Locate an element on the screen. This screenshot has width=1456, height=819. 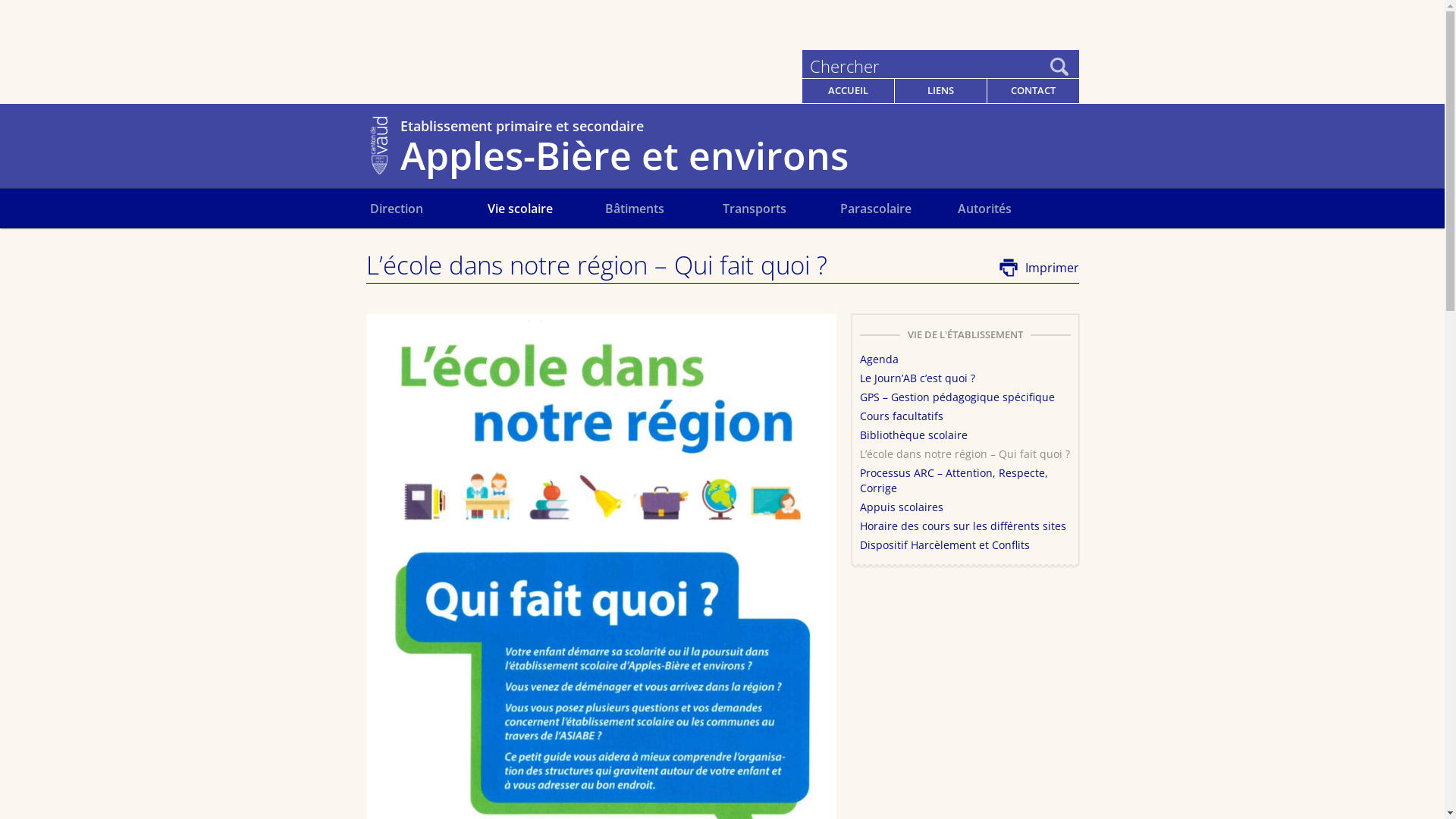
'ACCUEIL' is located at coordinates (847, 90).